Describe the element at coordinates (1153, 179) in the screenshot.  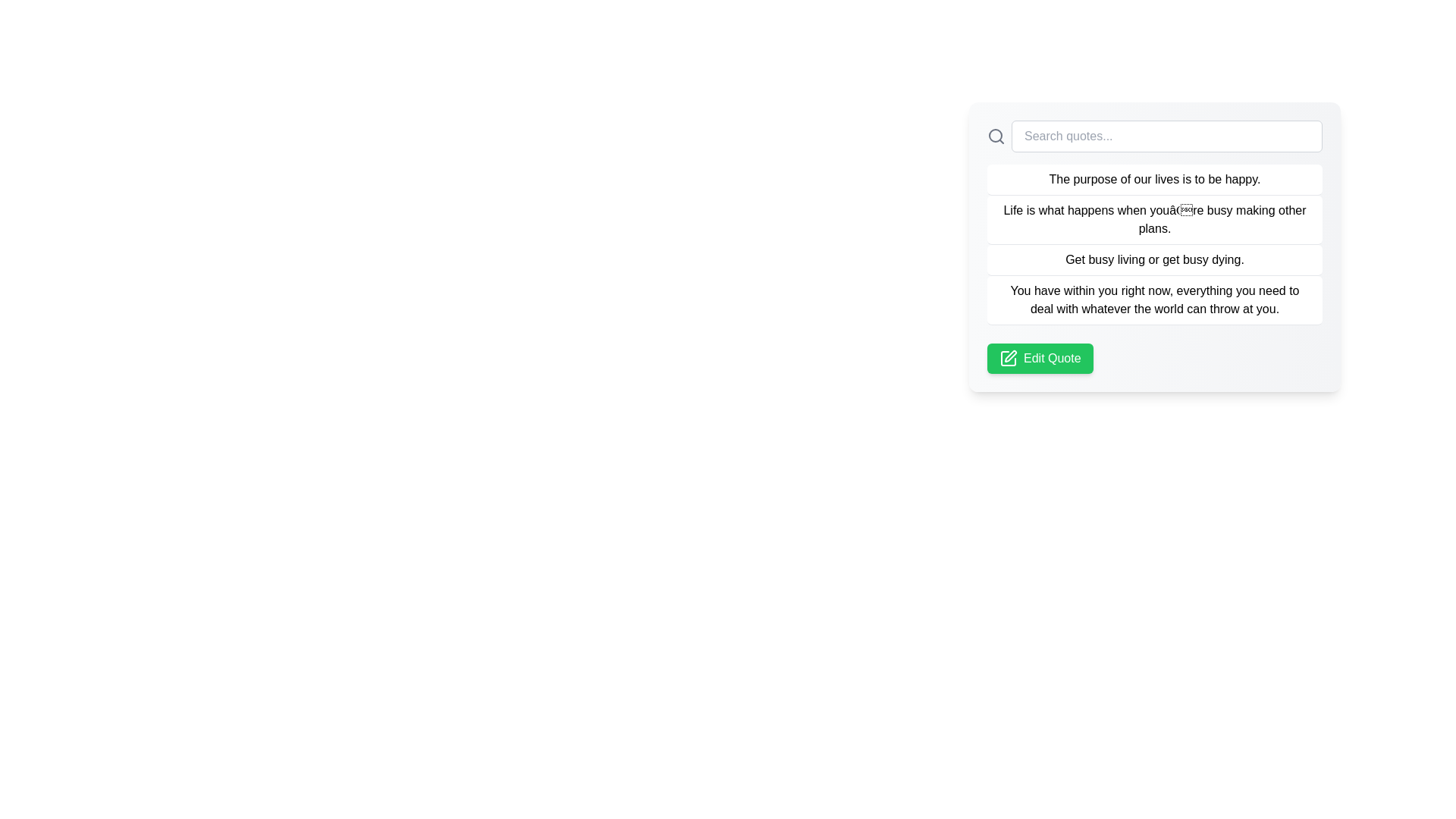
I see `the textual display element that contains the sentence 'The purpose of our lives is to be happy.' which is styled with a light background and rounded rectangle shape` at that location.